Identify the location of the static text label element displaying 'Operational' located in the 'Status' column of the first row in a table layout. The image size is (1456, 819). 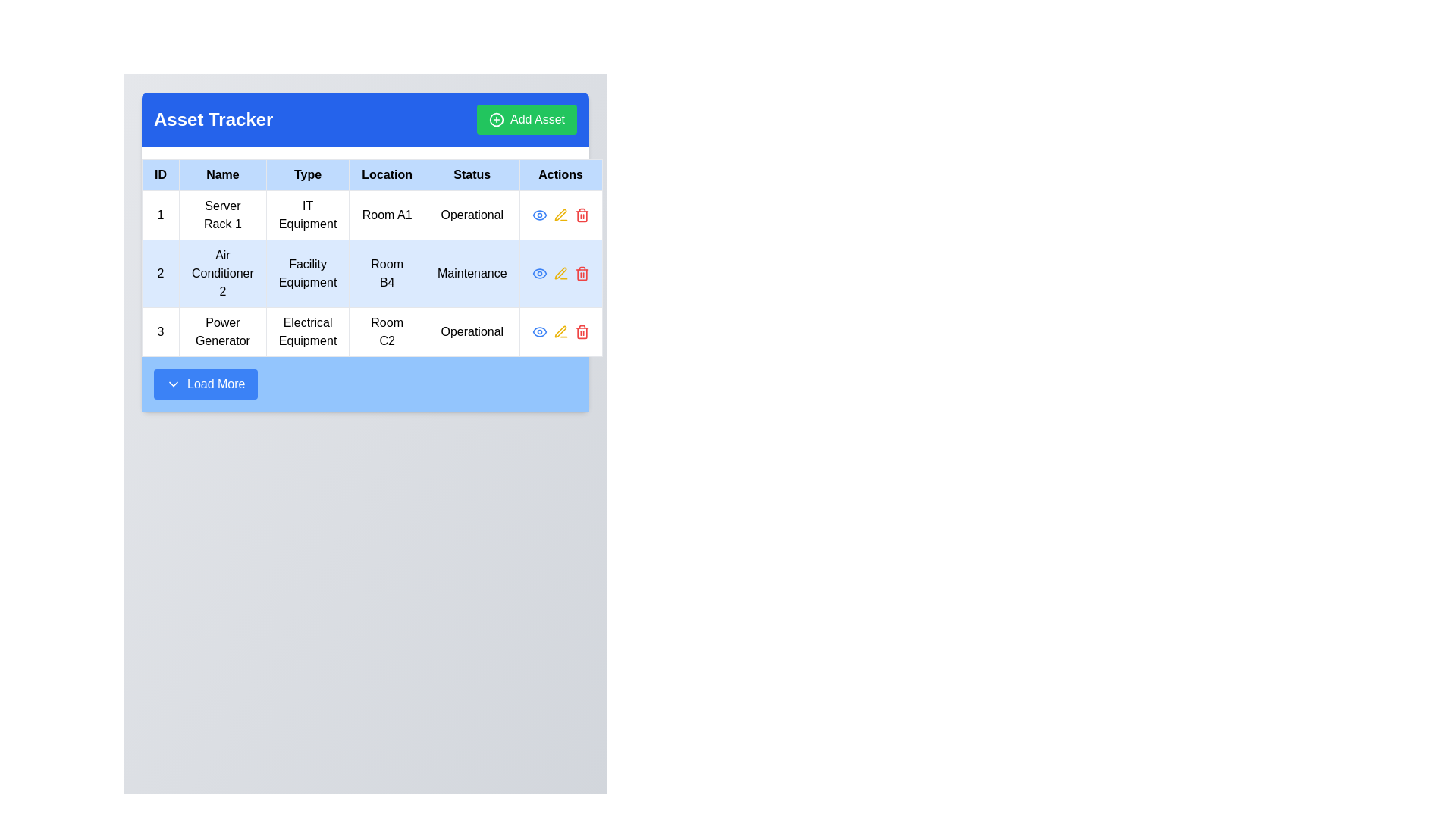
(471, 215).